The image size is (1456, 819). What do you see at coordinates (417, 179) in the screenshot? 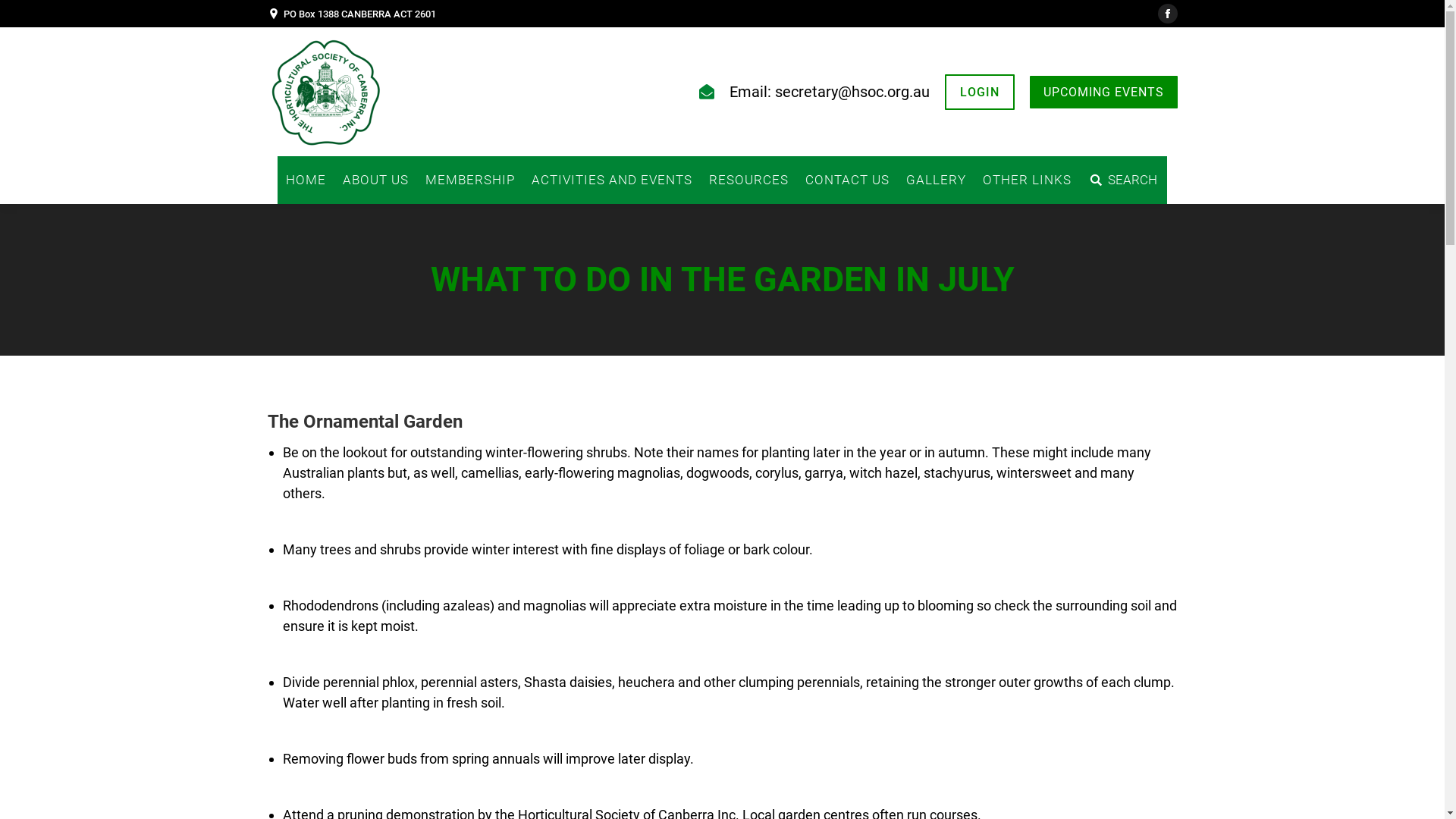
I see `'MEMBERSHIP'` at bounding box center [417, 179].